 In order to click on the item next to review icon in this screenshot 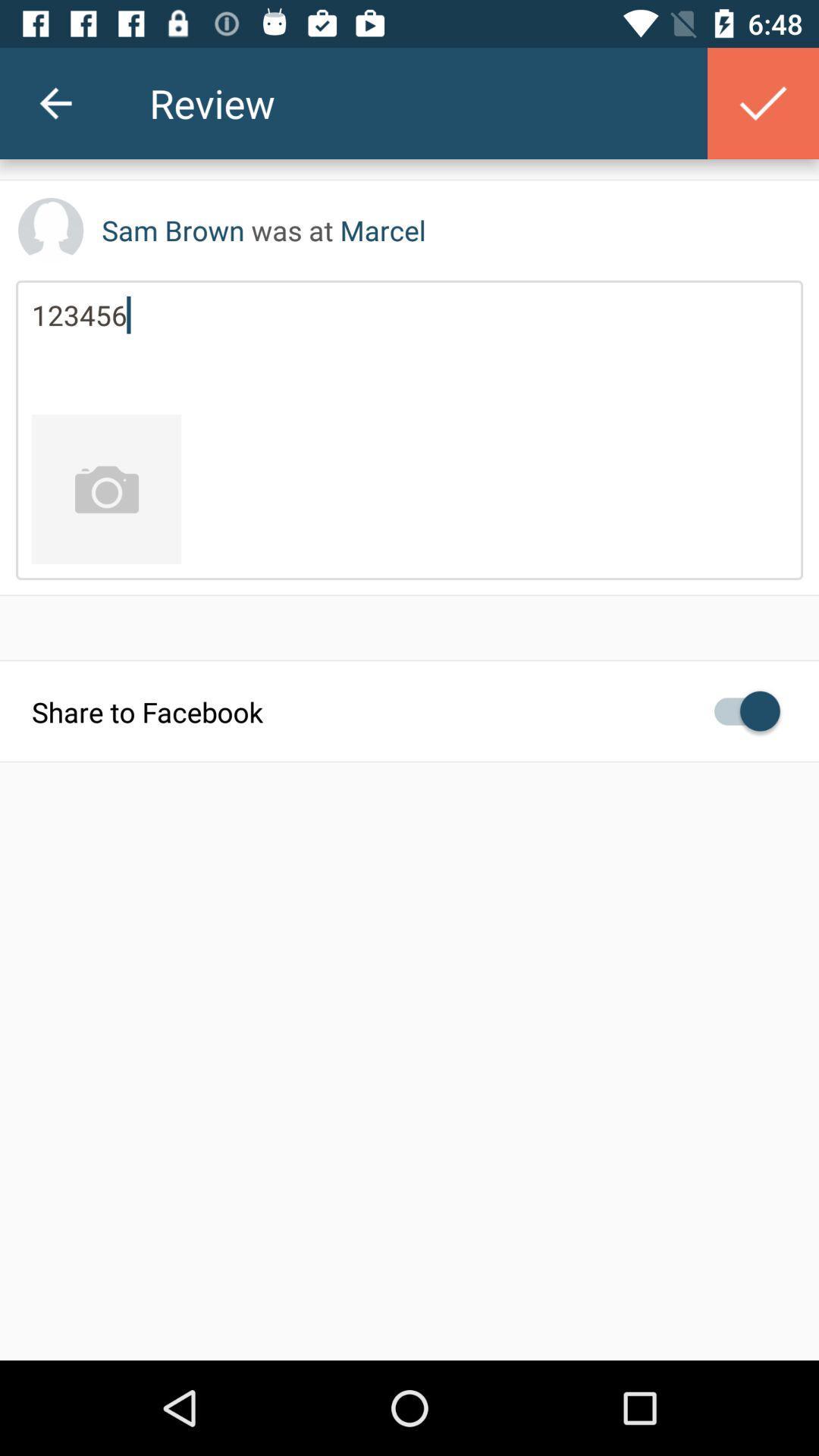, I will do `click(55, 102)`.